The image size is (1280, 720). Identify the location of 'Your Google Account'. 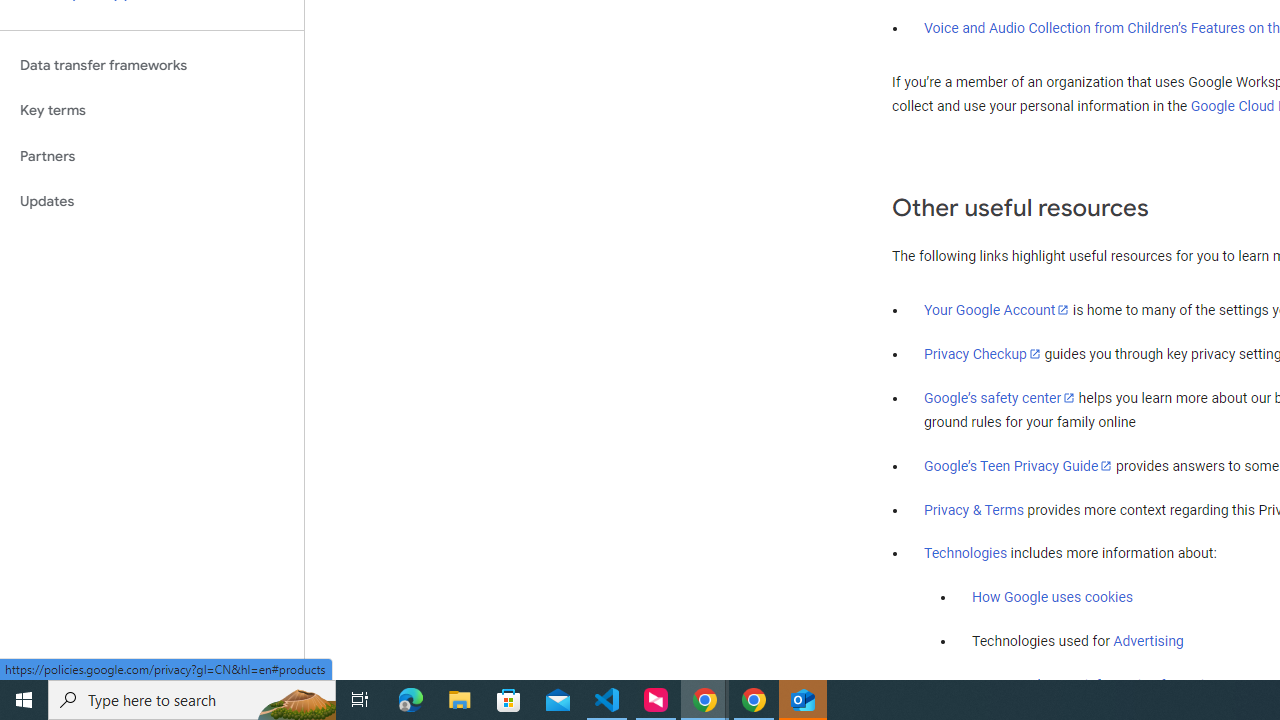
(997, 309).